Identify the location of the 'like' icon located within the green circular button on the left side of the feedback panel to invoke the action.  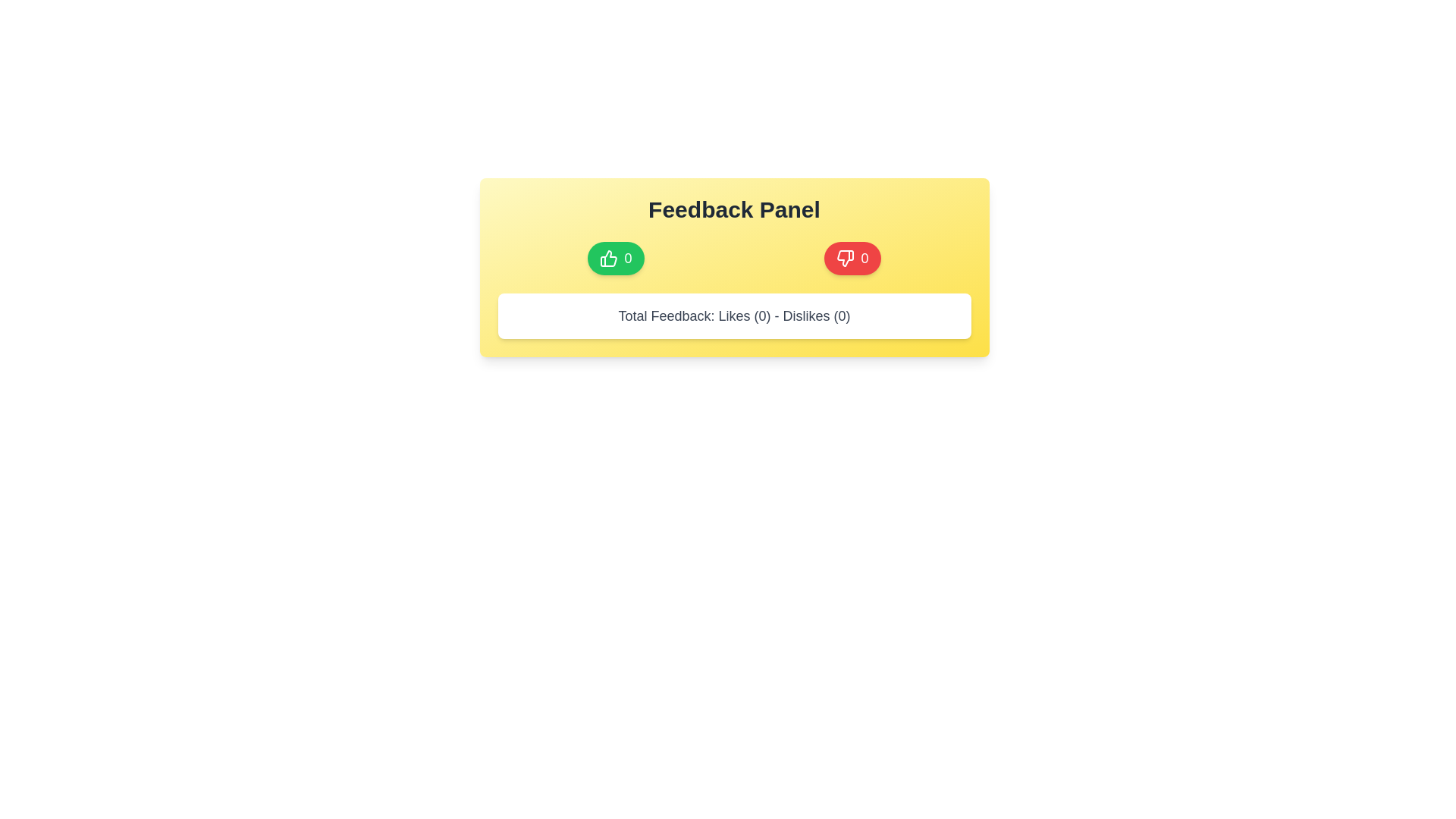
(609, 257).